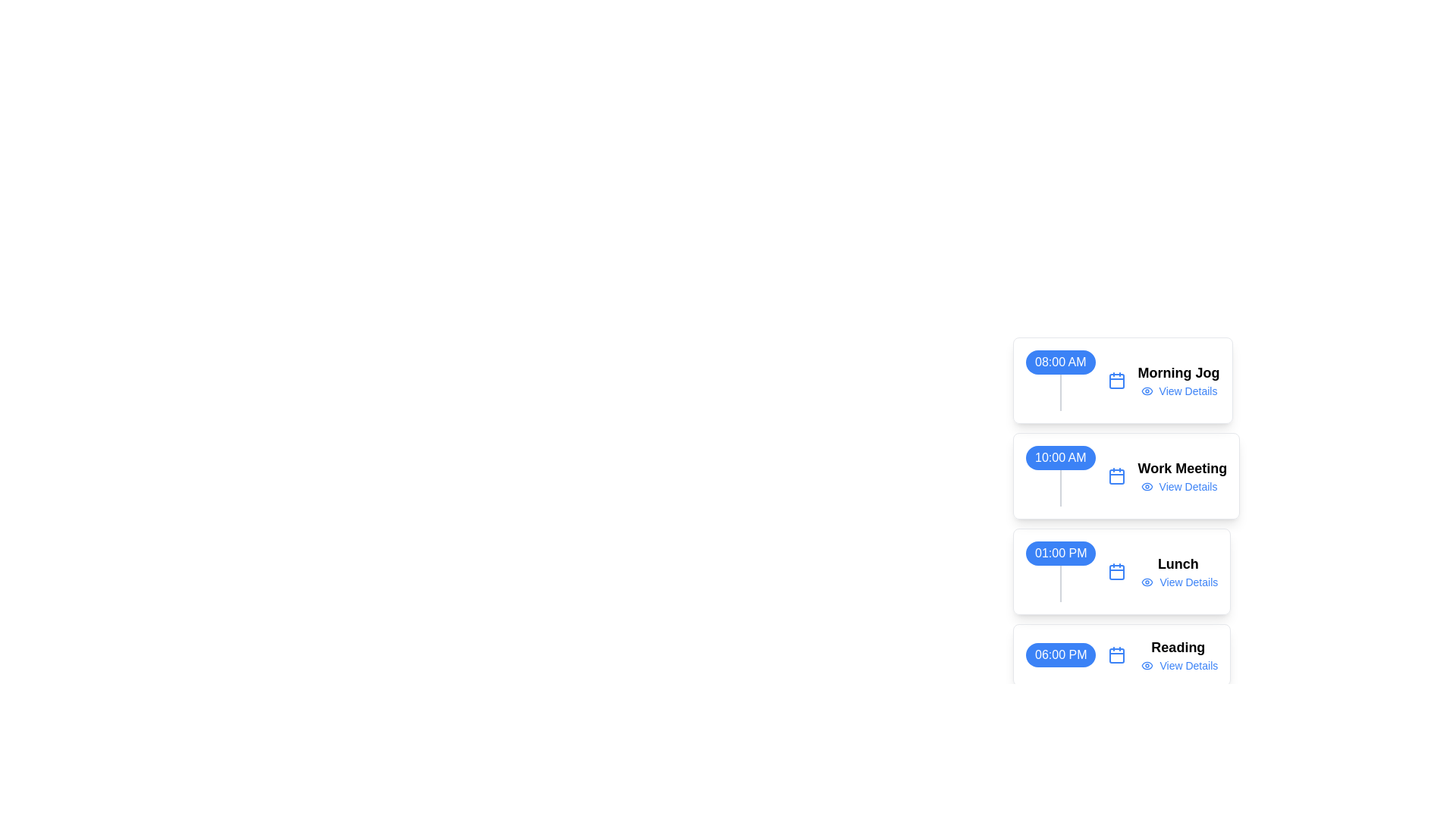  Describe the element at coordinates (1177, 581) in the screenshot. I see `the 'View Details' hyperlink, which is styled in a small blue font and underlined when hovered over, located beneath the 'Lunch' title in the scheduled events` at that location.